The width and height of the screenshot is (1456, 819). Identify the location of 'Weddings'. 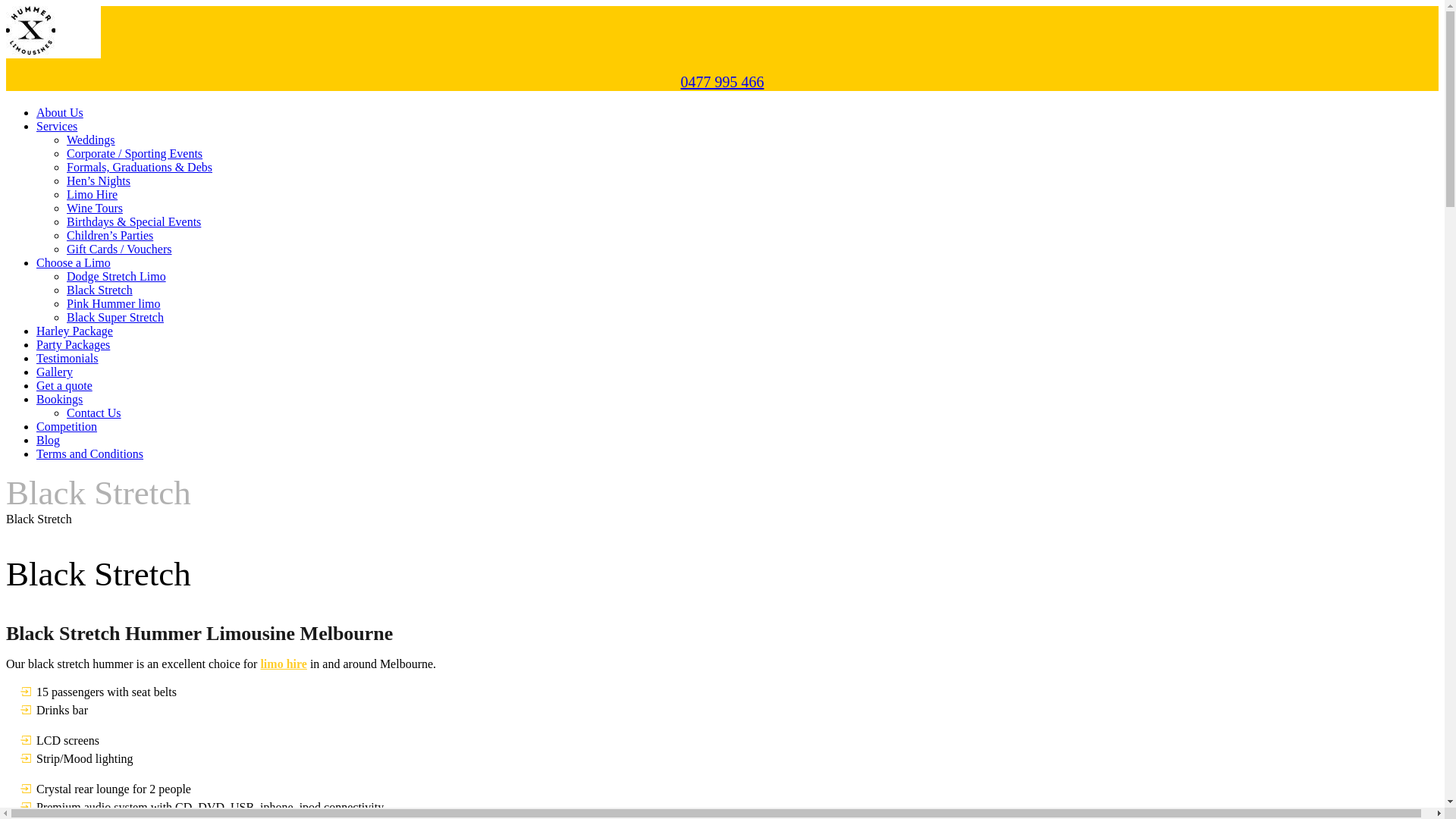
(90, 140).